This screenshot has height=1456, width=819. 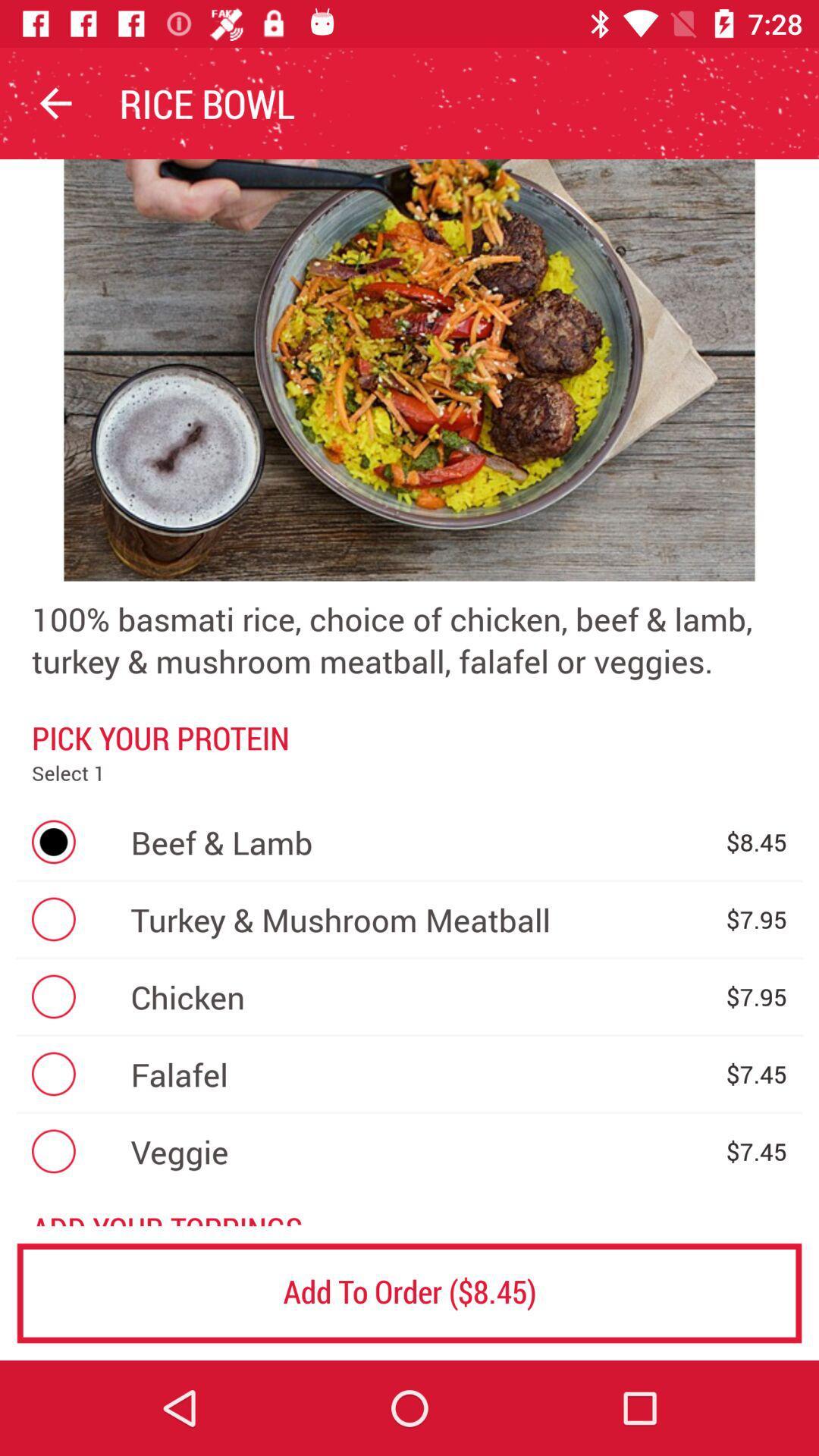 What do you see at coordinates (409, 1292) in the screenshot?
I see `the add to order` at bounding box center [409, 1292].